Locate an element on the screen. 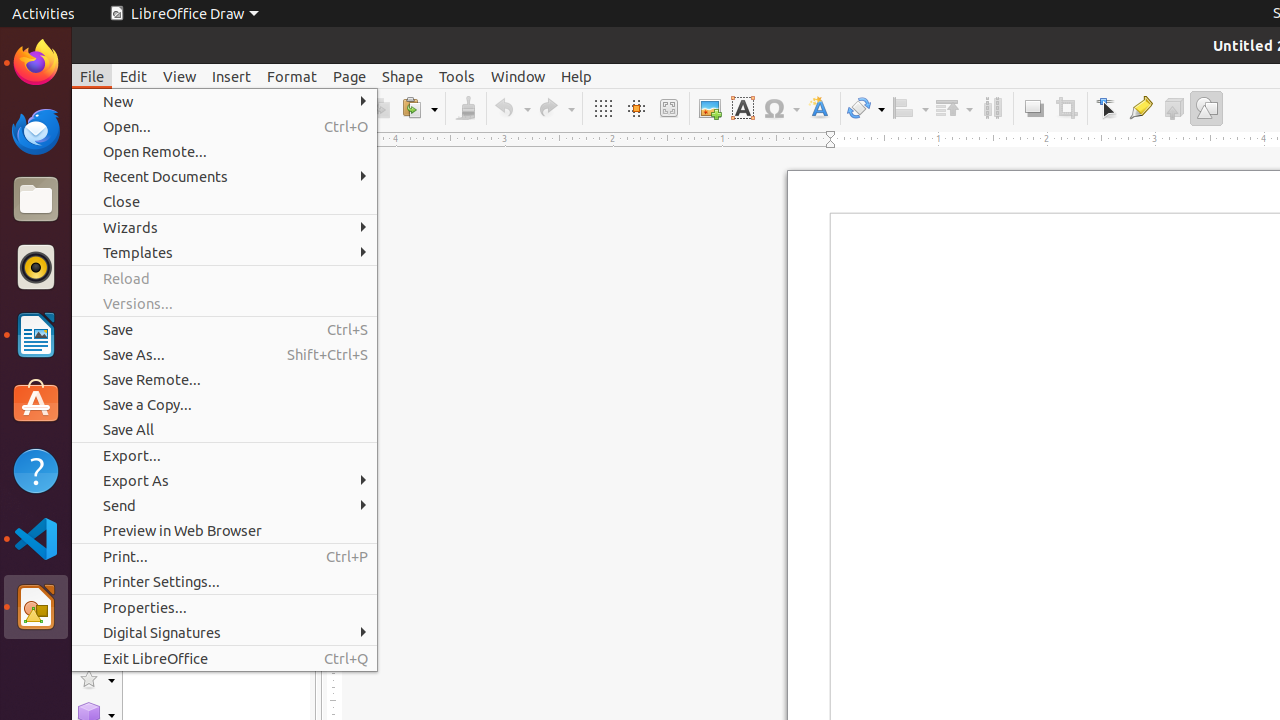 The image size is (1280, 720). 'Fontwork Style' is located at coordinates (819, 108).